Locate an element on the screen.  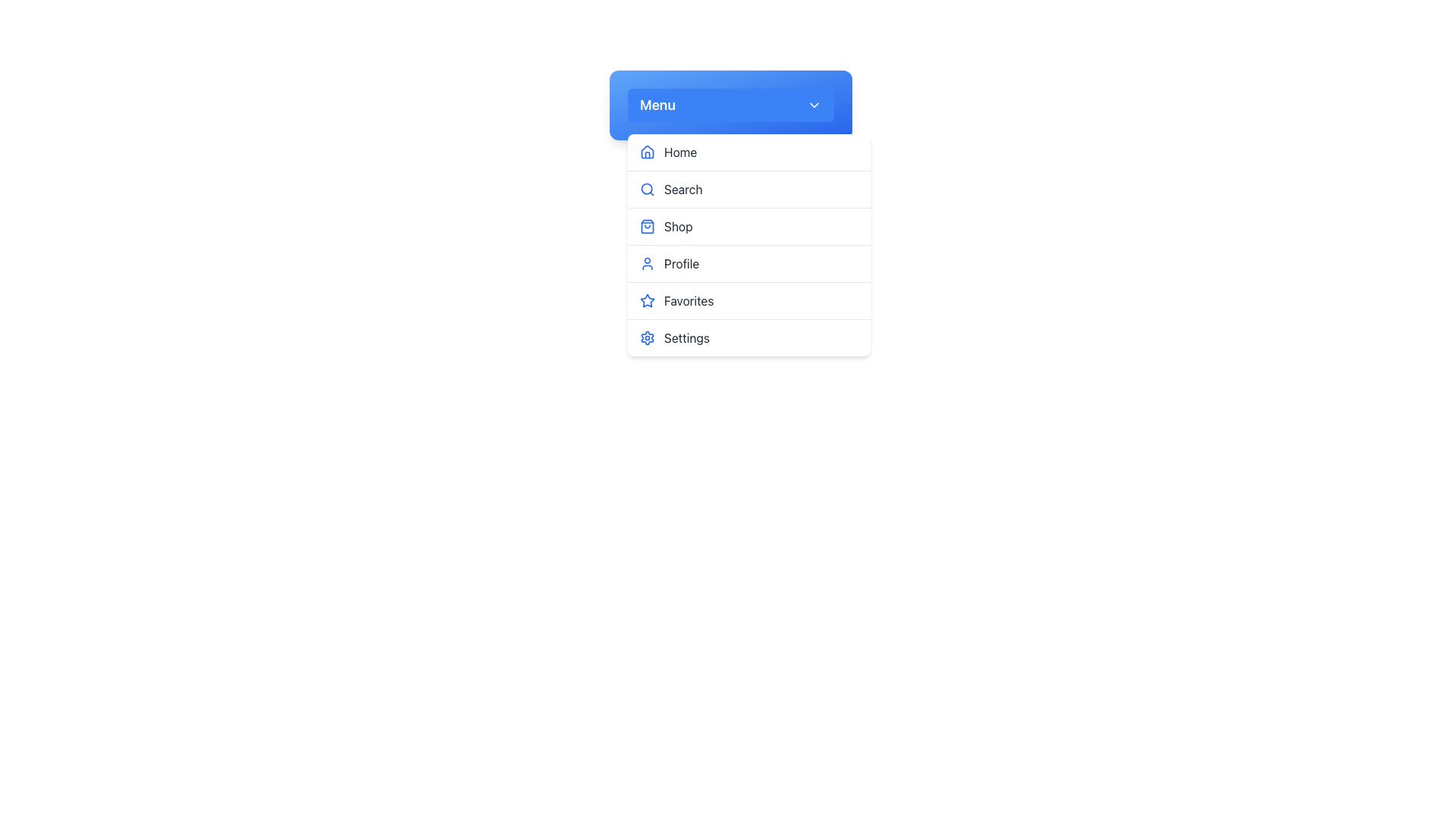
the house icon located to the left of the 'Home' text entry in the dropdown menu under the 'Menu' label is located at coordinates (648, 152).